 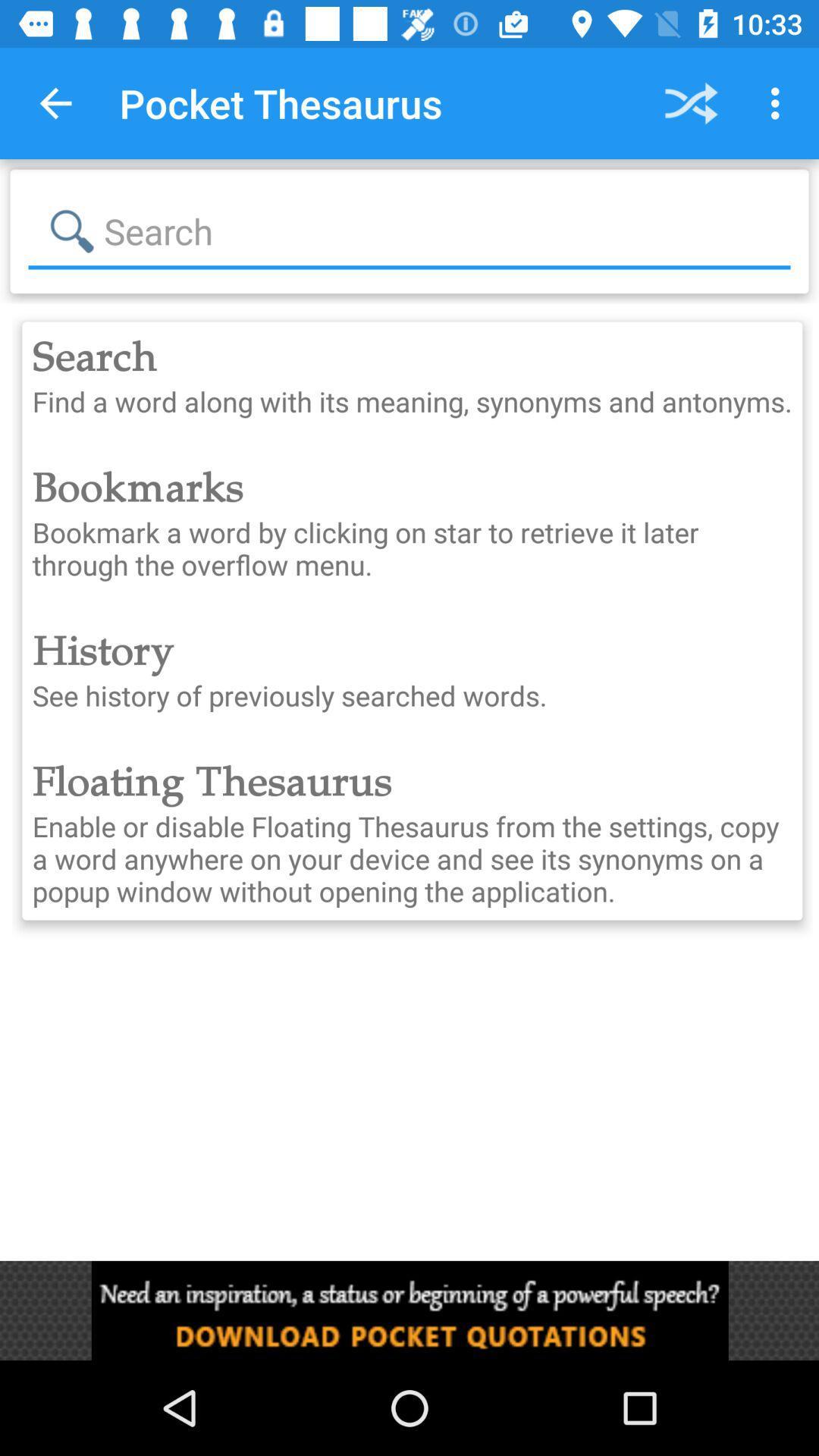 I want to click on new advertisement open box, so click(x=409, y=1310).